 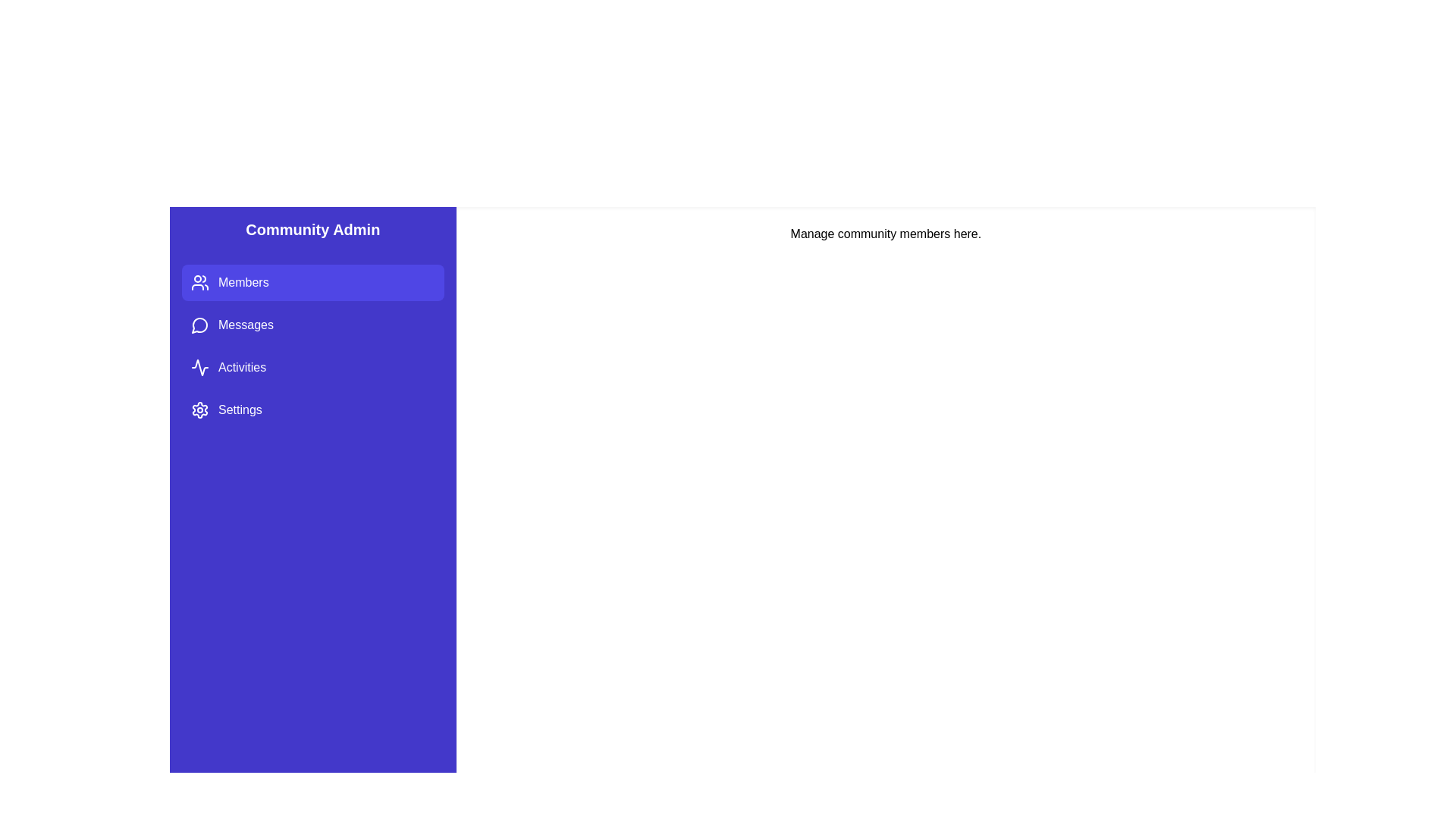 I want to click on the 'Messages' icon located in the sidebar menu, positioned to the left of the text 'Messages', so click(x=199, y=324).